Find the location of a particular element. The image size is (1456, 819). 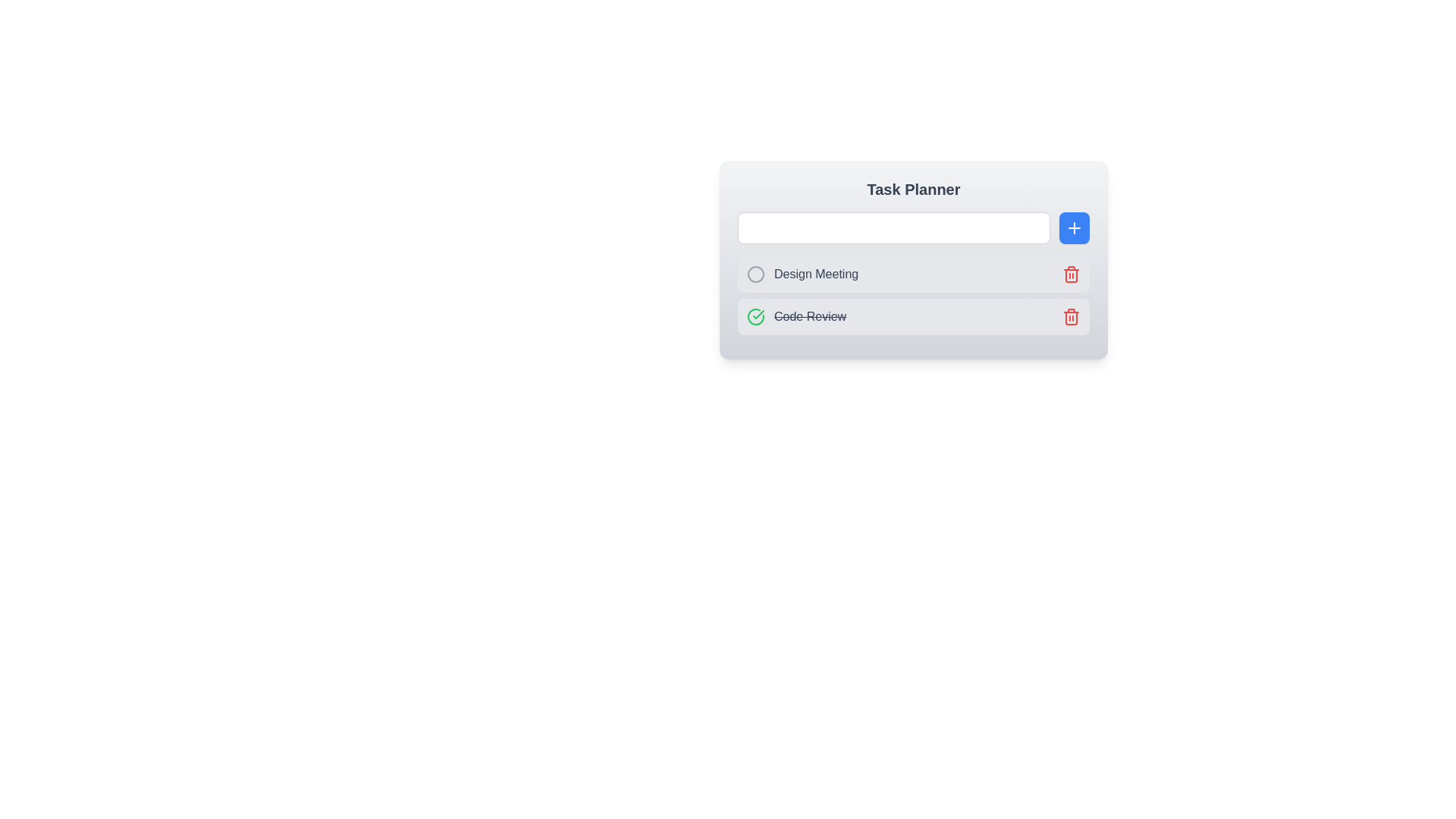

the appearance of the trash can icon located under the text 'Code Review' in the right segment of the list item is located at coordinates (1070, 275).